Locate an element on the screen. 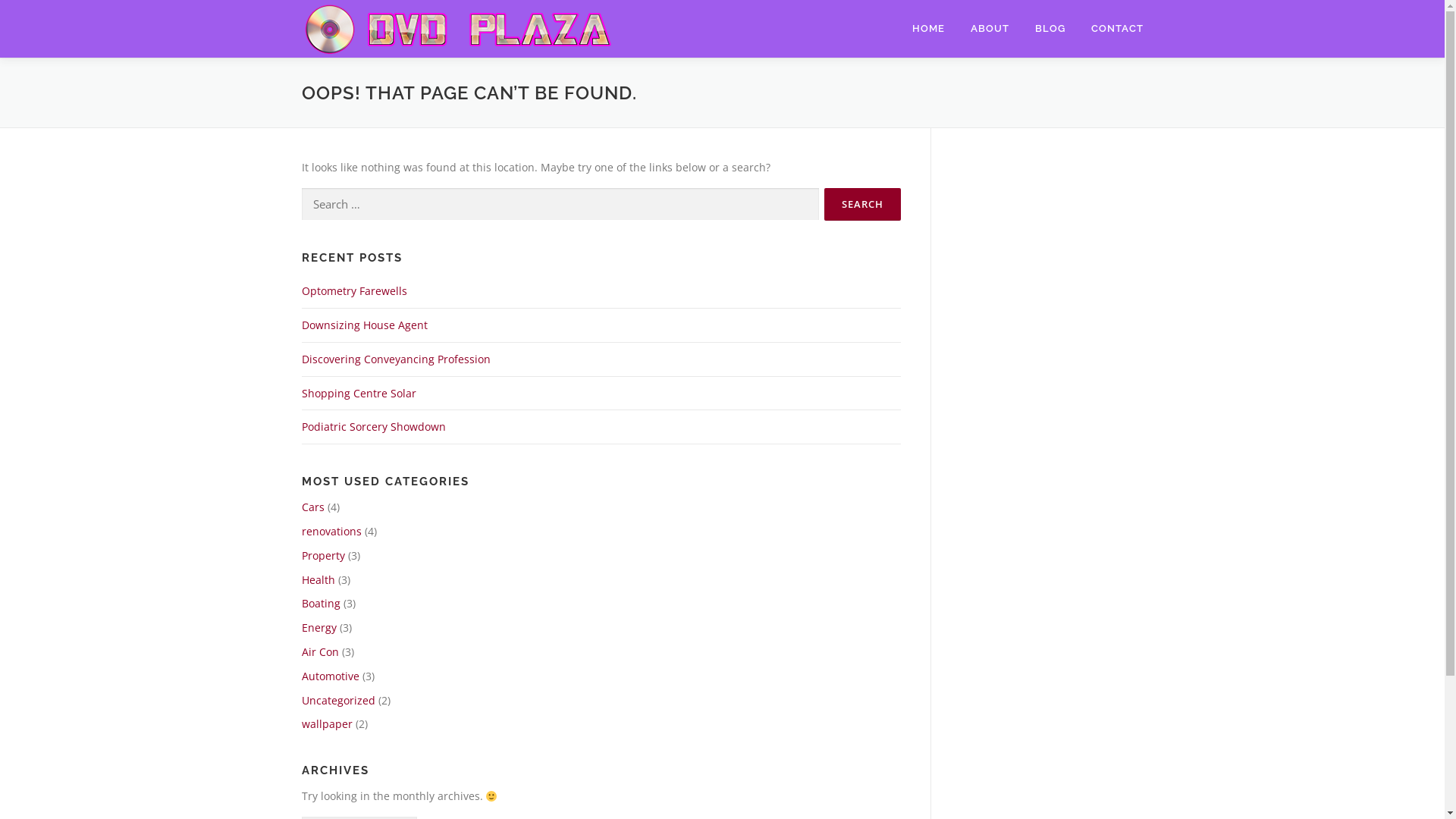 The width and height of the screenshot is (1456, 819). 'Air Con' is located at coordinates (319, 651).